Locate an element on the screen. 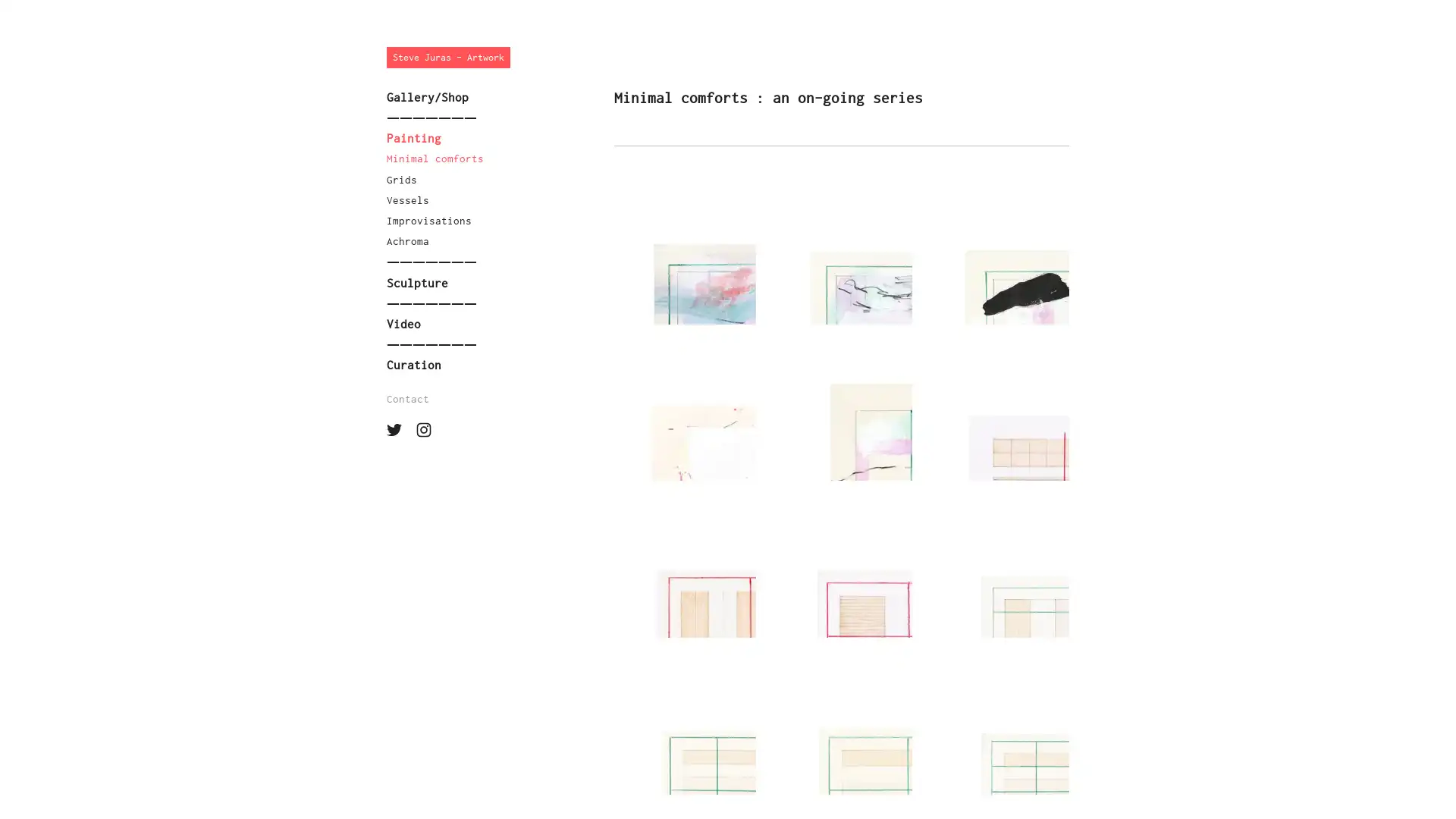 The image size is (1456, 819). View fullsize Gut feeling (03) is located at coordinates (997, 265).